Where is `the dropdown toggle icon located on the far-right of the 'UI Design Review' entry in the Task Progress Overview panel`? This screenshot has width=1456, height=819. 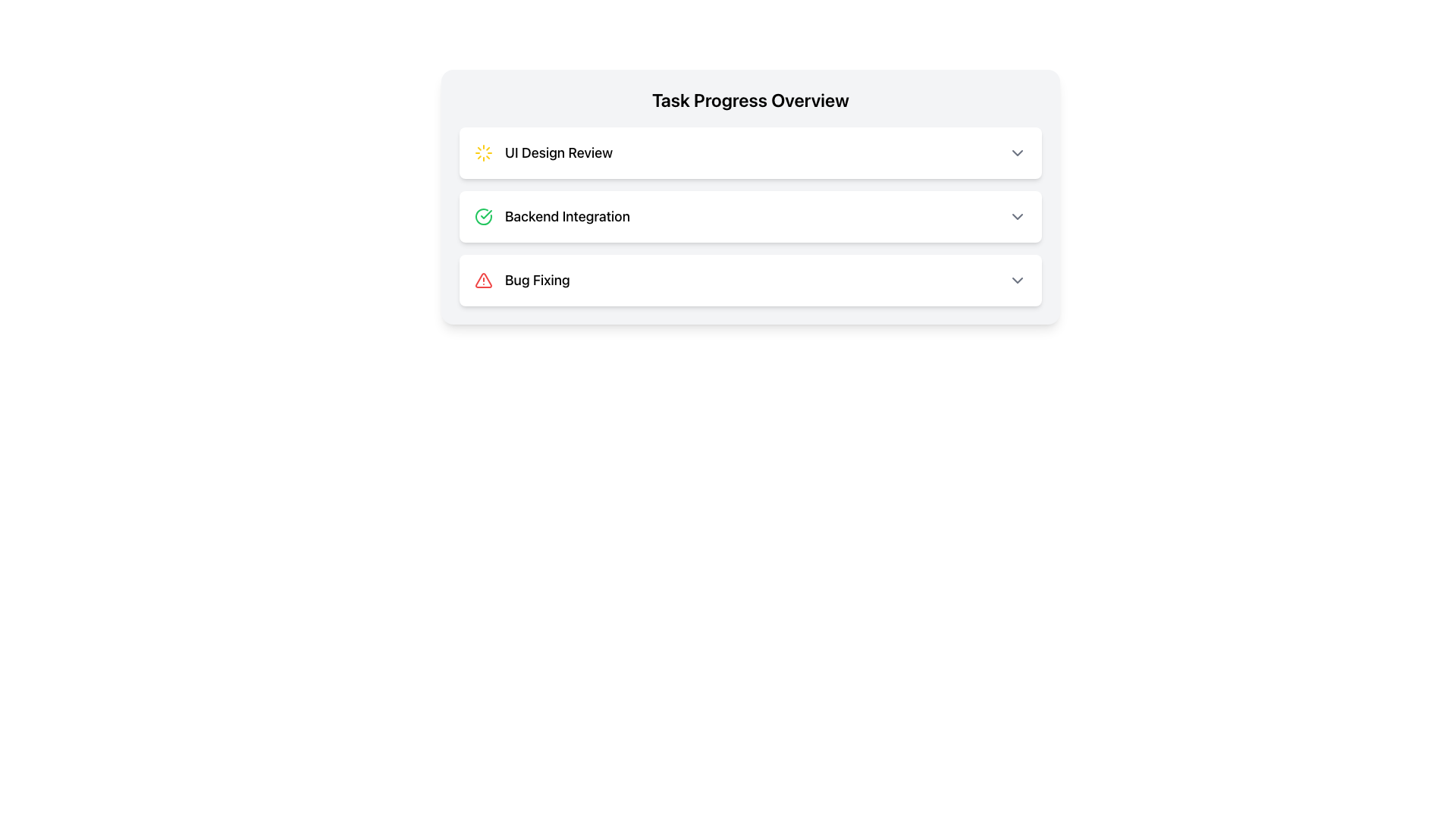 the dropdown toggle icon located on the far-right of the 'UI Design Review' entry in the Task Progress Overview panel is located at coordinates (1018, 152).